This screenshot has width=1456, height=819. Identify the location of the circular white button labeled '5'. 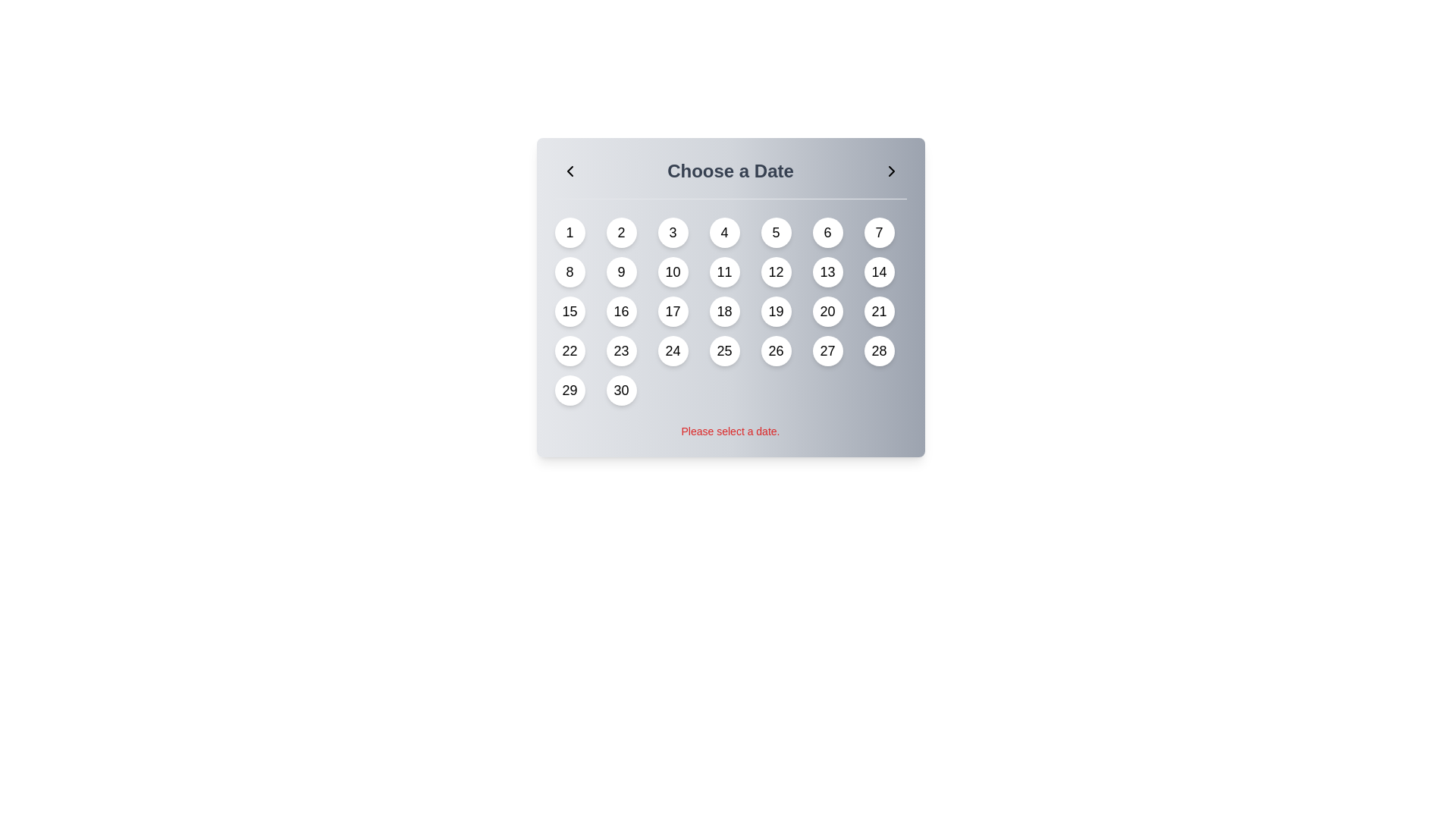
(776, 233).